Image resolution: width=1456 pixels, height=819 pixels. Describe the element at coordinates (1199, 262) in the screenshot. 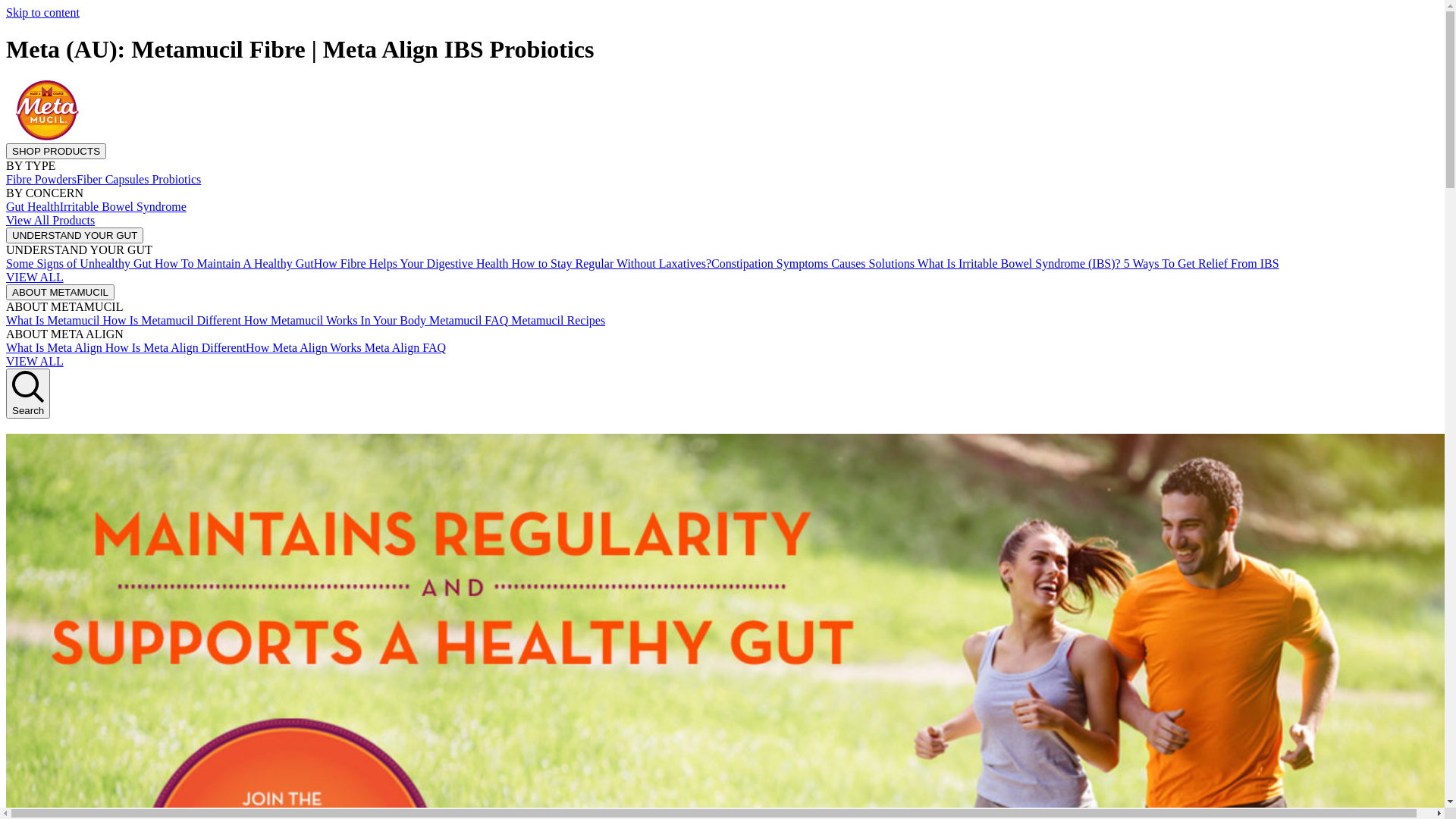

I see `'5 Ways To Get Relief From IBS'` at that location.